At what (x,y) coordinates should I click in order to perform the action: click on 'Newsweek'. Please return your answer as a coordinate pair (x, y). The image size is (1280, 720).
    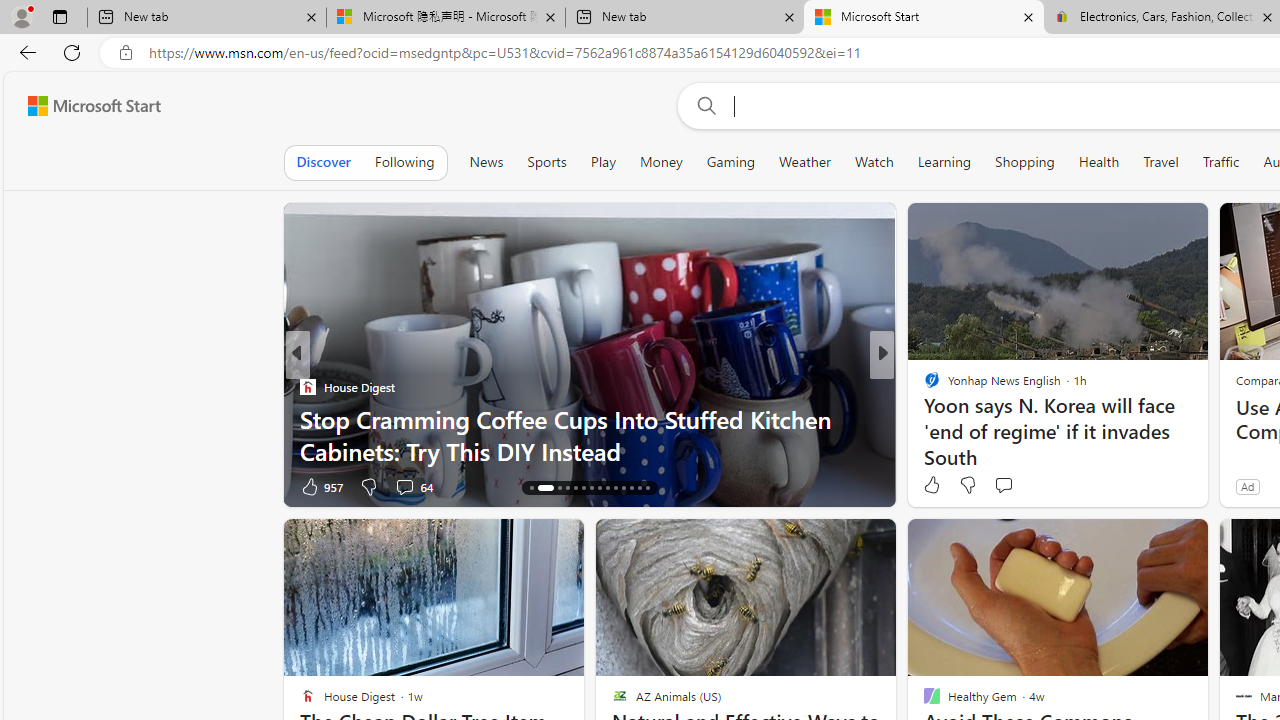
    Looking at the image, I should click on (922, 387).